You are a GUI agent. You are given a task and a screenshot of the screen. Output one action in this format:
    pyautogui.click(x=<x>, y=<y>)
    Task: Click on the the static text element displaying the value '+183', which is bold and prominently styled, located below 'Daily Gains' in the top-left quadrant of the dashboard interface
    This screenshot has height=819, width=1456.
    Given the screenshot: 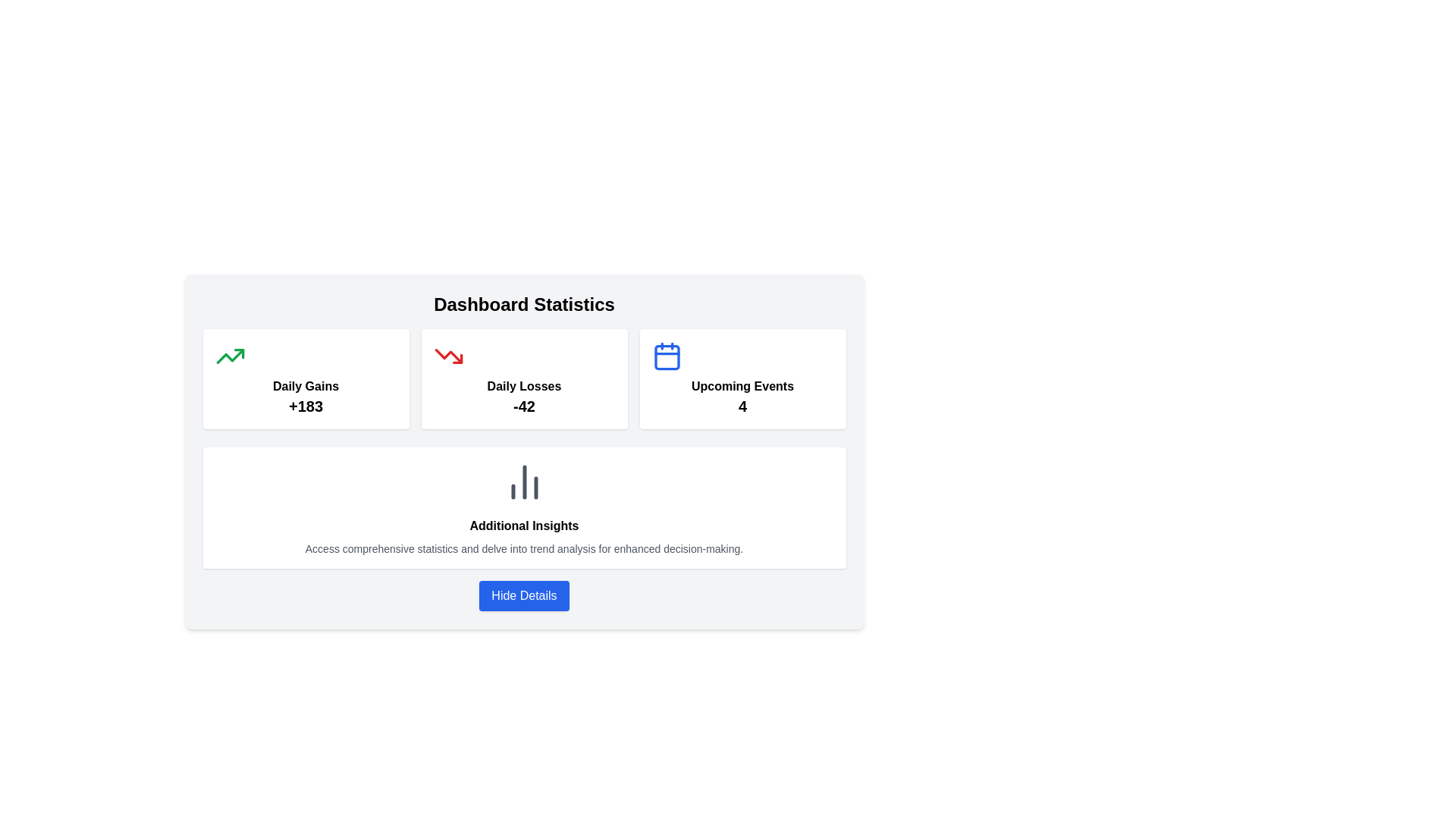 What is the action you would take?
    pyautogui.click(x=305, y=406)
    